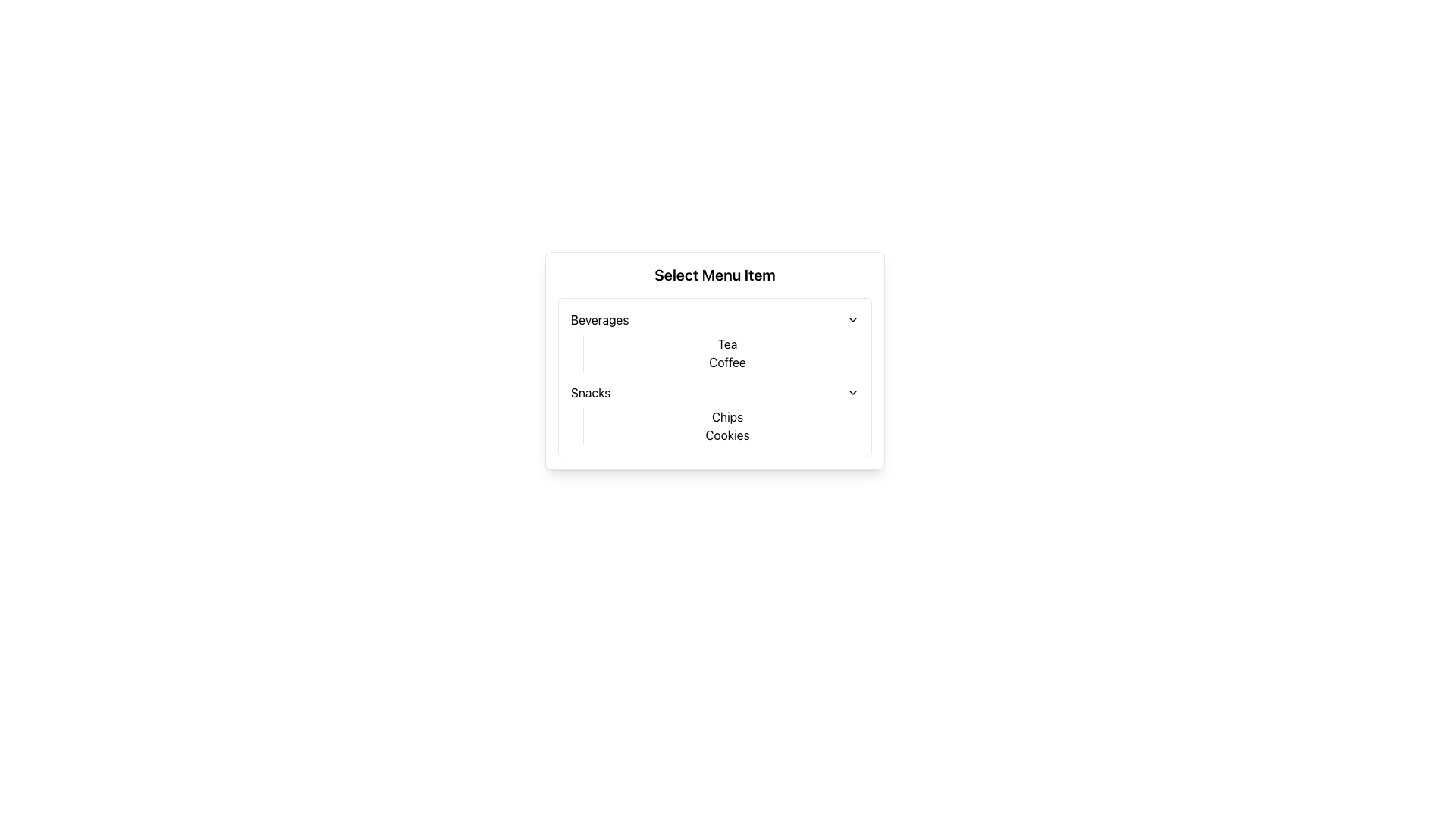 The image size is (1456, 819). Describe the element at coordinates (720, 426) in the screenshot. I see `options 'Chips' and 'Cookies' presented in the text group within the structured menu layout under the 'Snacks' header` at that location.